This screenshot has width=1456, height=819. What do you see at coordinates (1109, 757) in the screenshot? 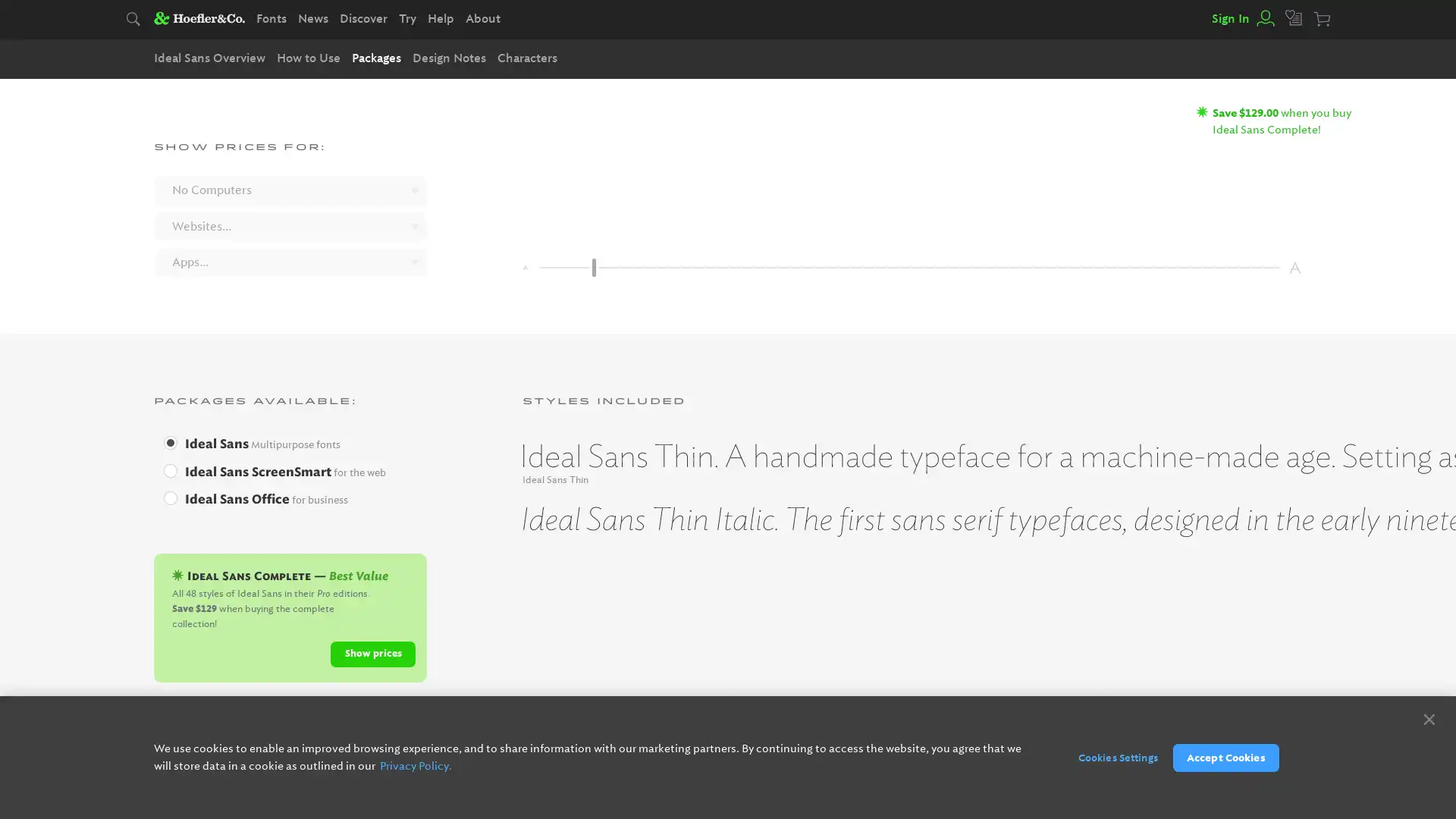
I see `Cookies Settings` at bounding box center [1109, 757].